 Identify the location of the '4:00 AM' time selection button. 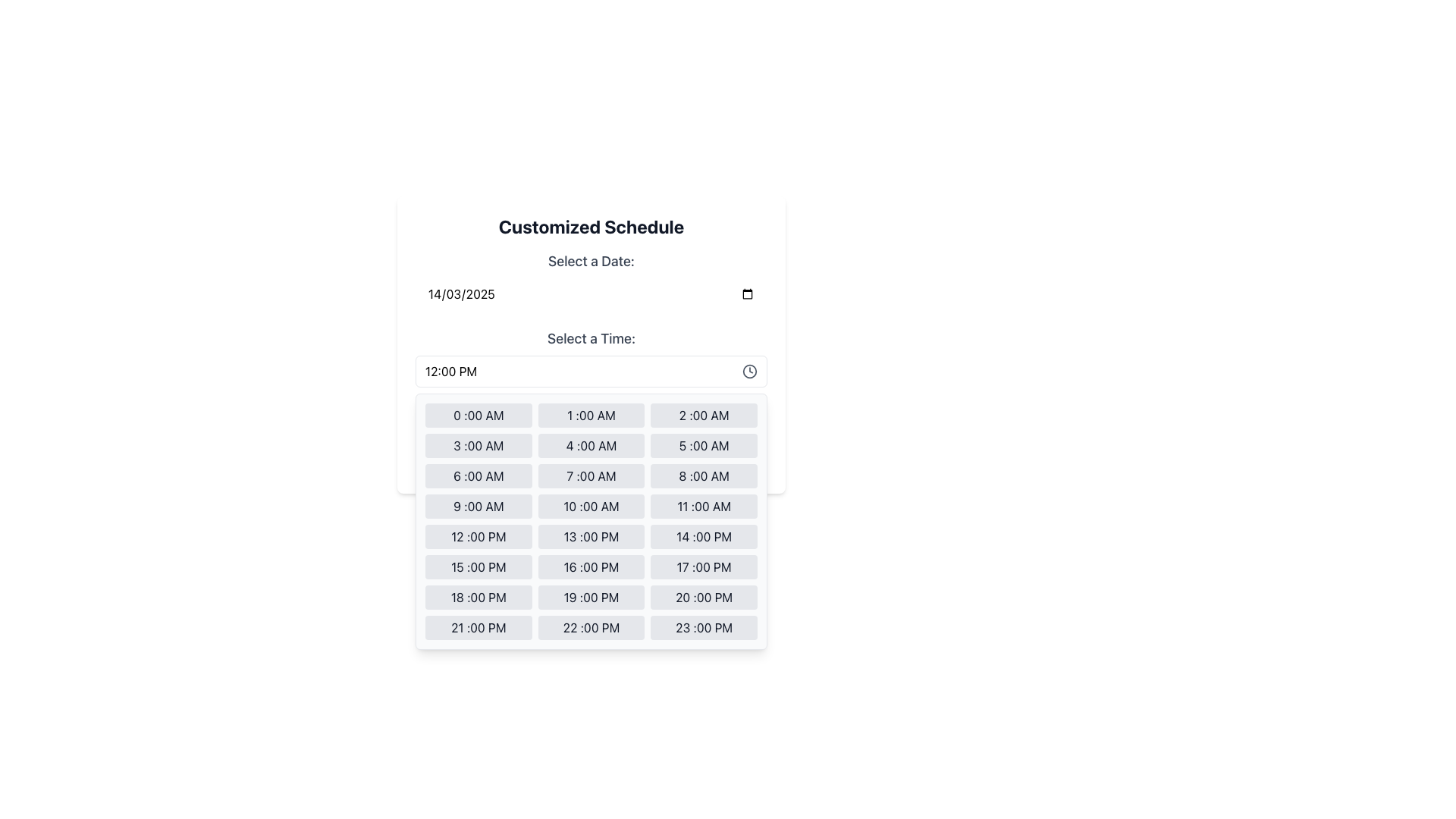
(590, 444).